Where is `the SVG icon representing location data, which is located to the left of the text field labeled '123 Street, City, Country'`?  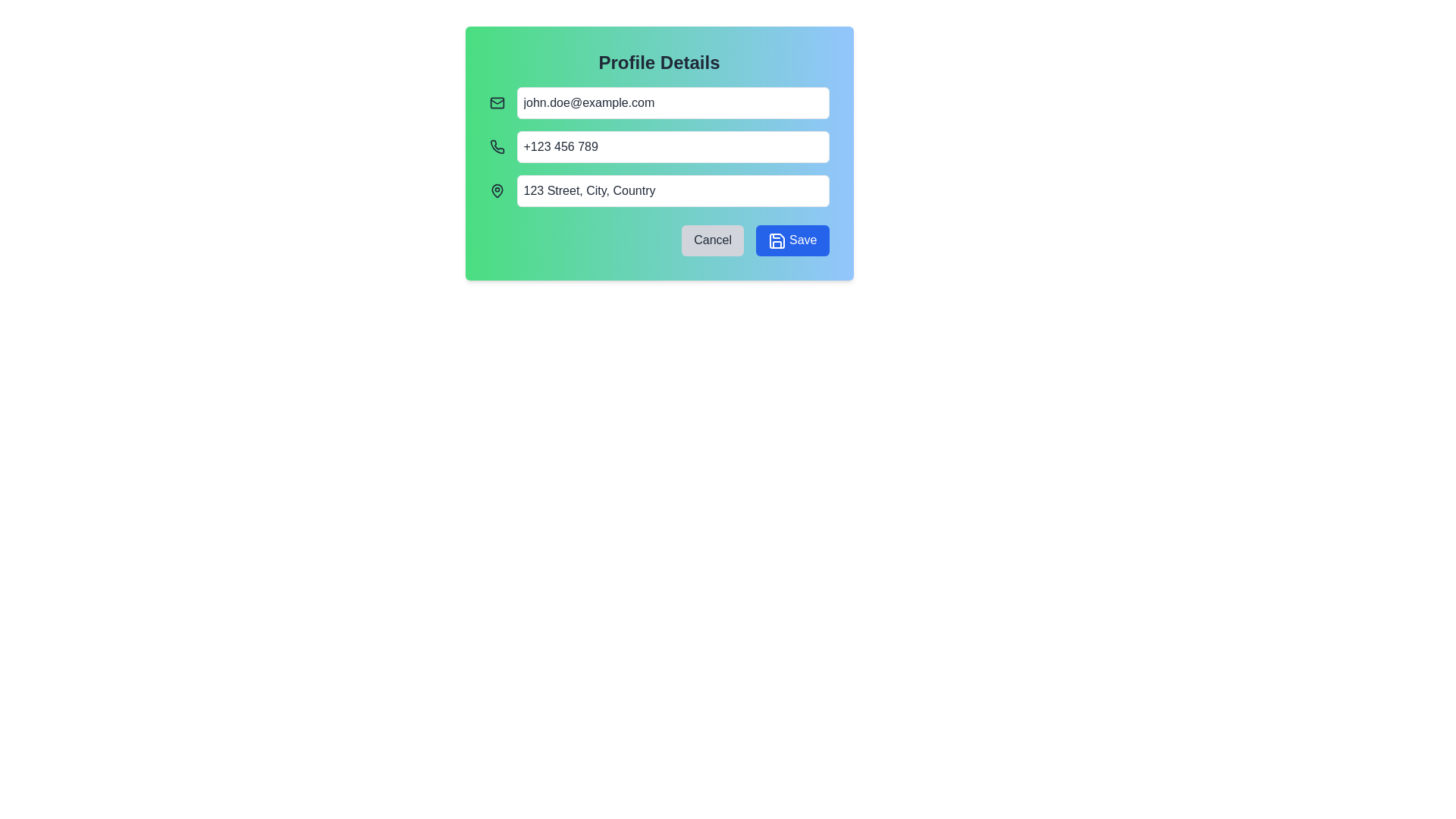
the SVG icon representing location data, which is located to the left of the text field labeled '123 Street, City, Country' is located at coordinates (497, 190).